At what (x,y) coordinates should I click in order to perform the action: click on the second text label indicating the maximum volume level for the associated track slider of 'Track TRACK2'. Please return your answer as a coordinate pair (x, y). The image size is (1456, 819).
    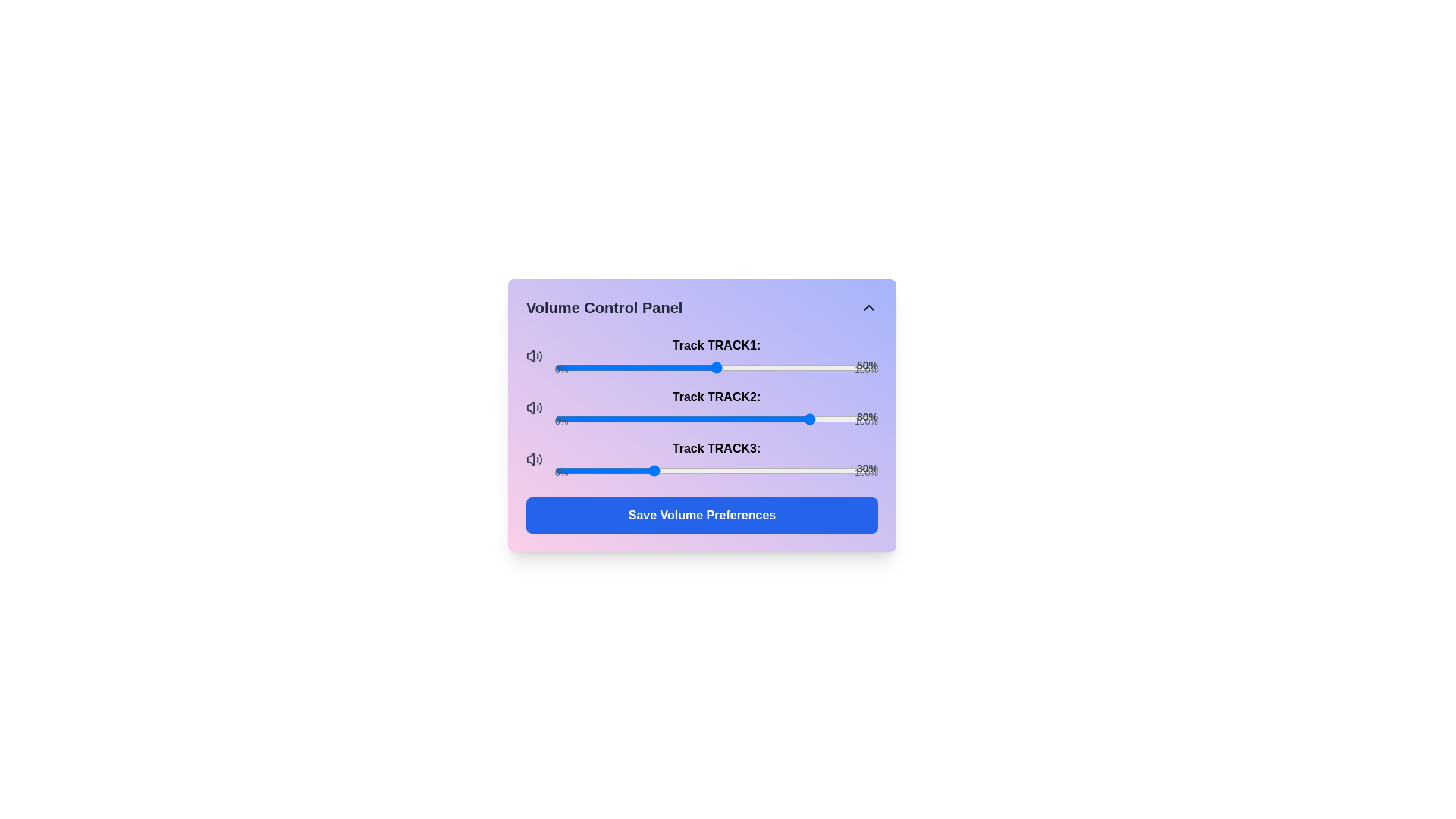
    Looking at the image, I should click on (866, 421).